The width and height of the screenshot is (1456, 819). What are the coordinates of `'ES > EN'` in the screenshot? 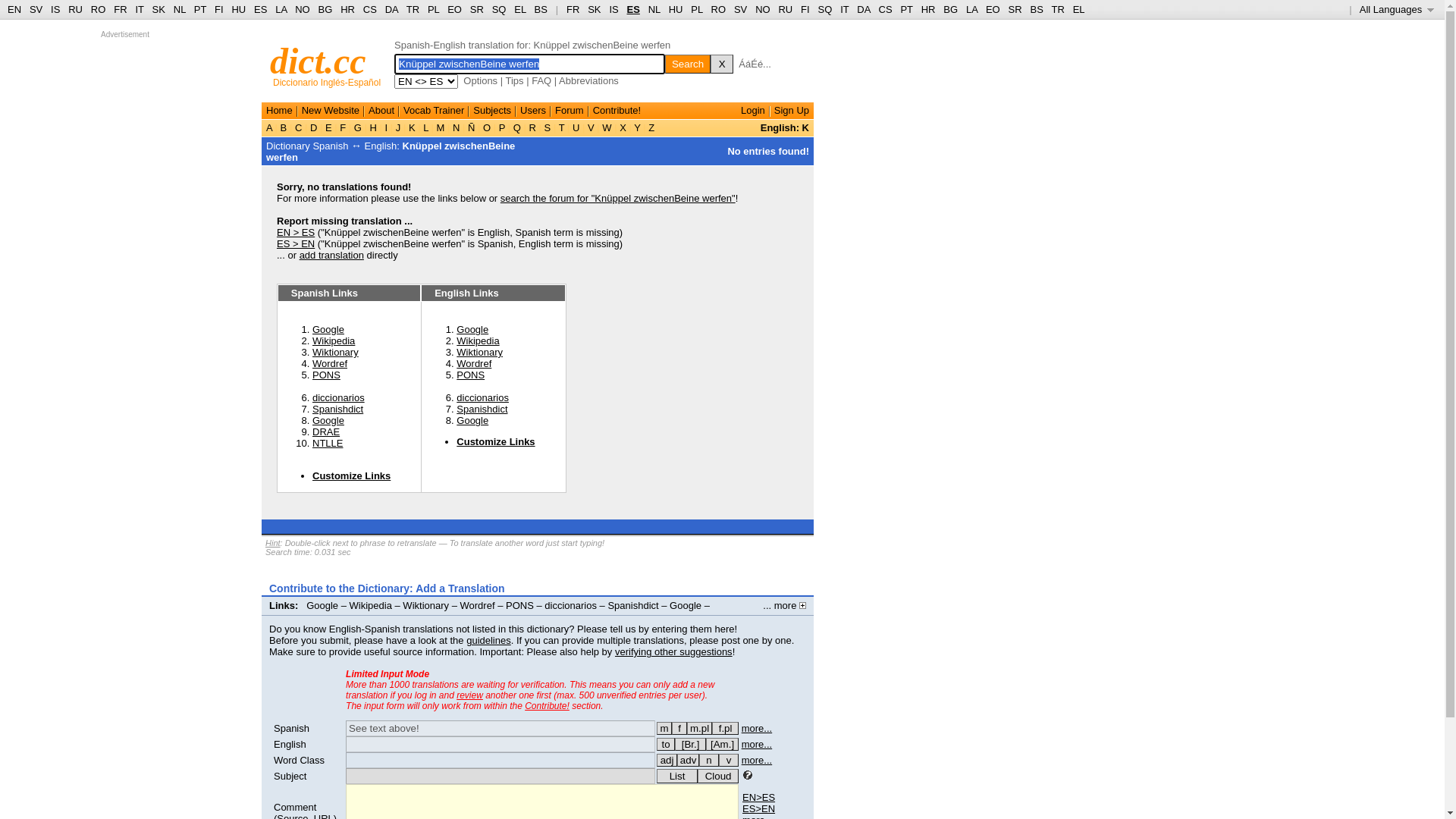 It's located at (276, 243).